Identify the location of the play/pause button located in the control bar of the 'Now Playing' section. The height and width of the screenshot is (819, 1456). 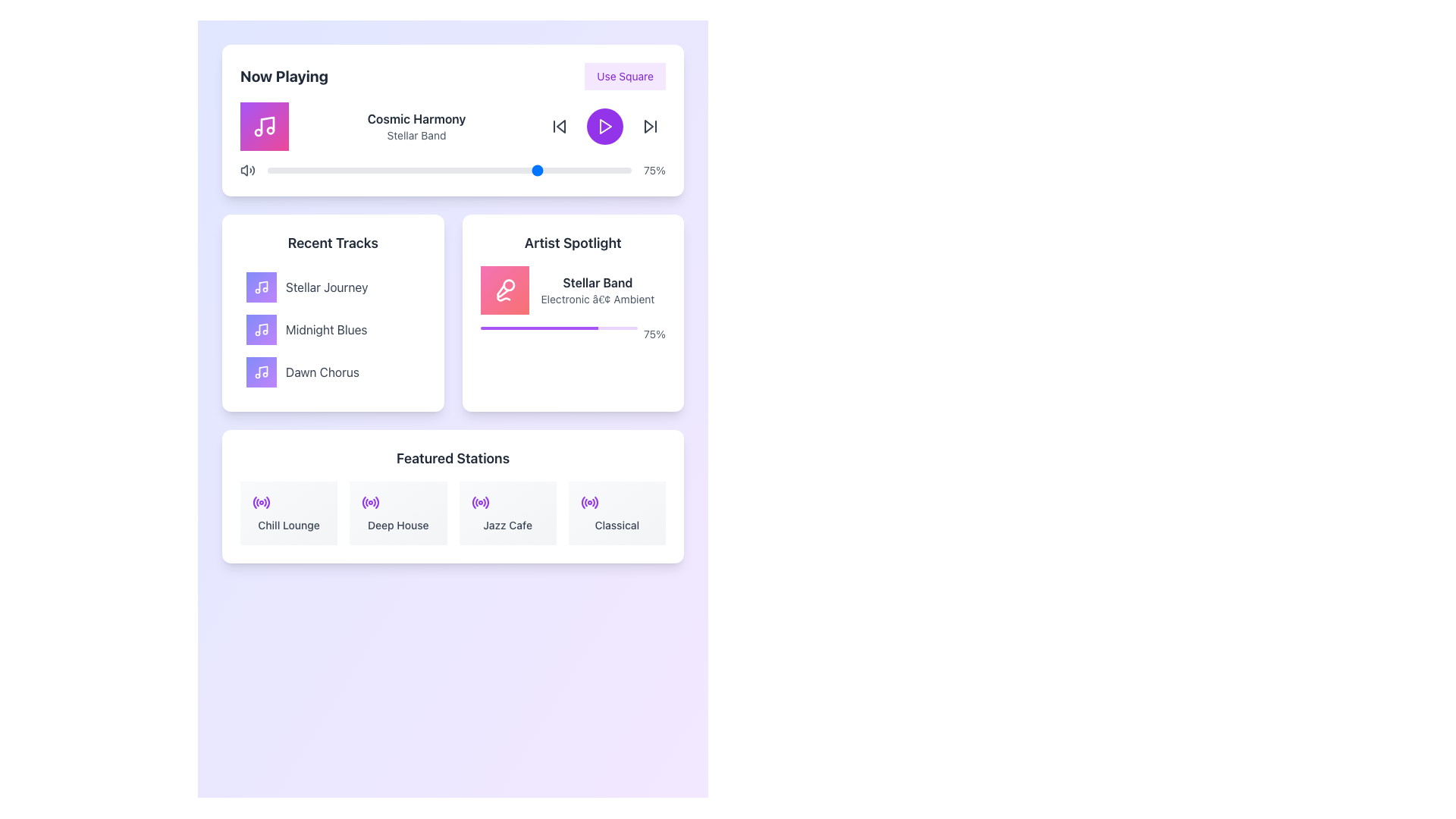
(604, 125).